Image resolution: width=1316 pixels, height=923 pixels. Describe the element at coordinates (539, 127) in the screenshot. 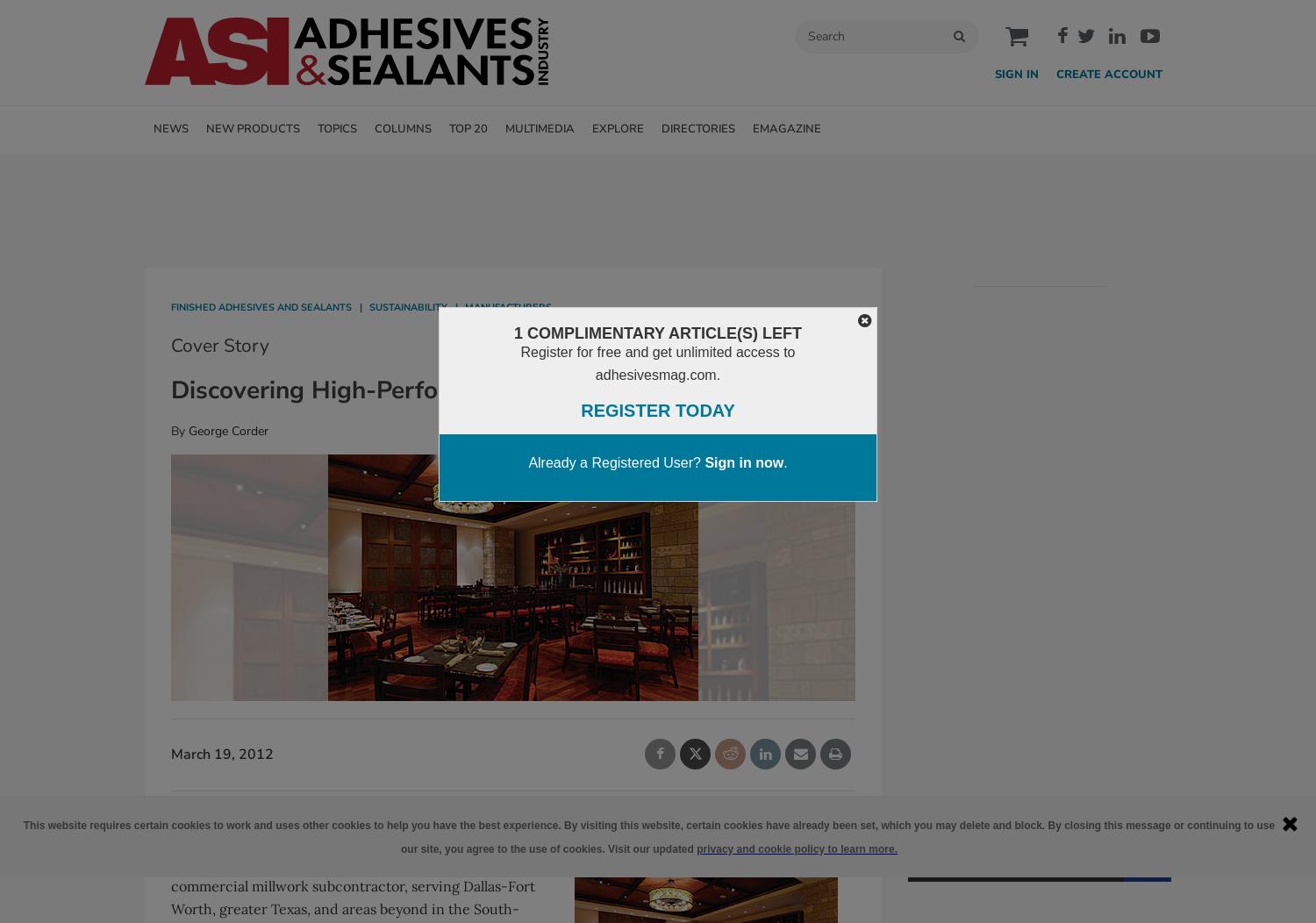

I see `'MULTIMEDIA'` at that location.